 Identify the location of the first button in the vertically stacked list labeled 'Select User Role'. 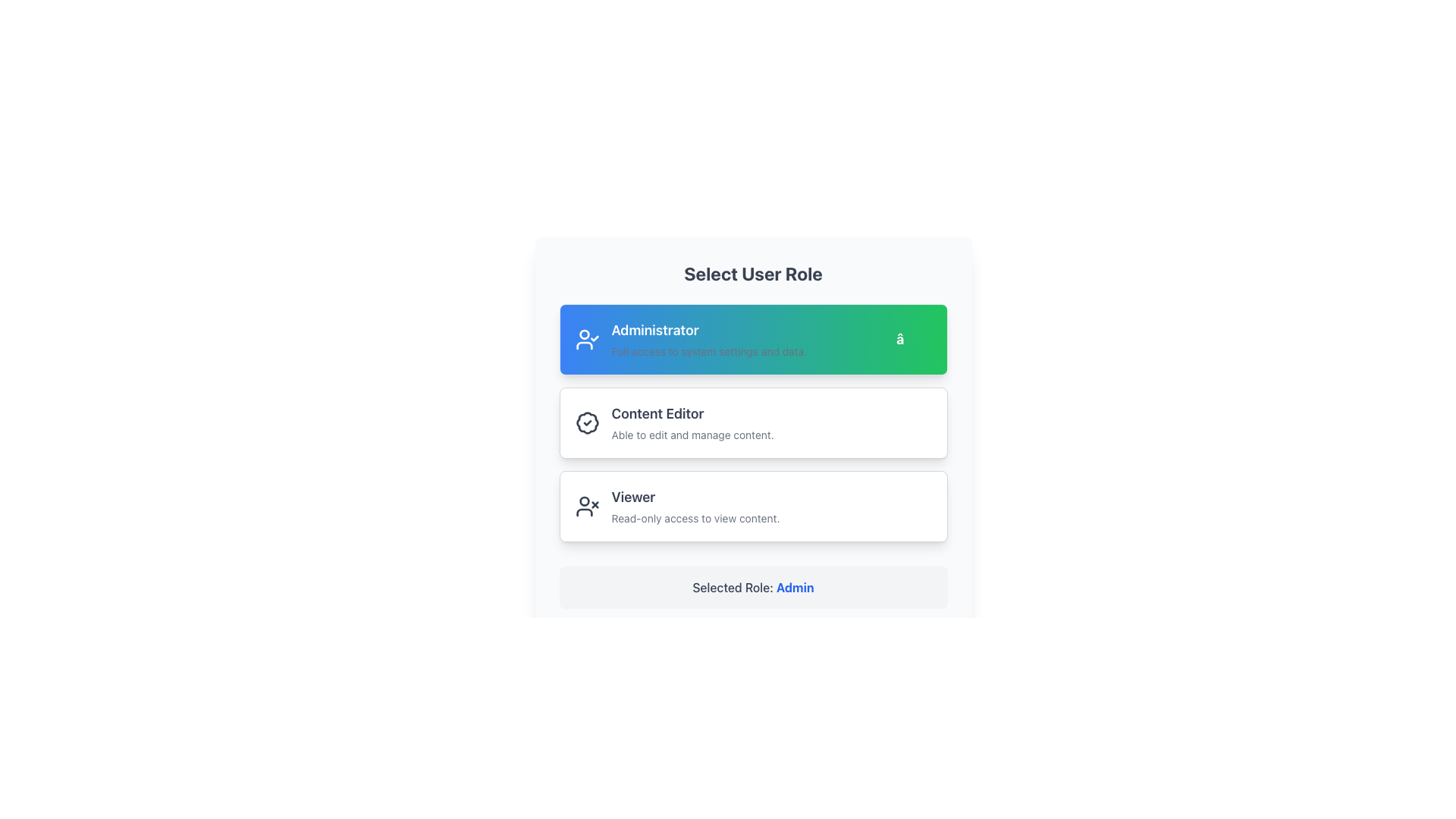
(753, 338).